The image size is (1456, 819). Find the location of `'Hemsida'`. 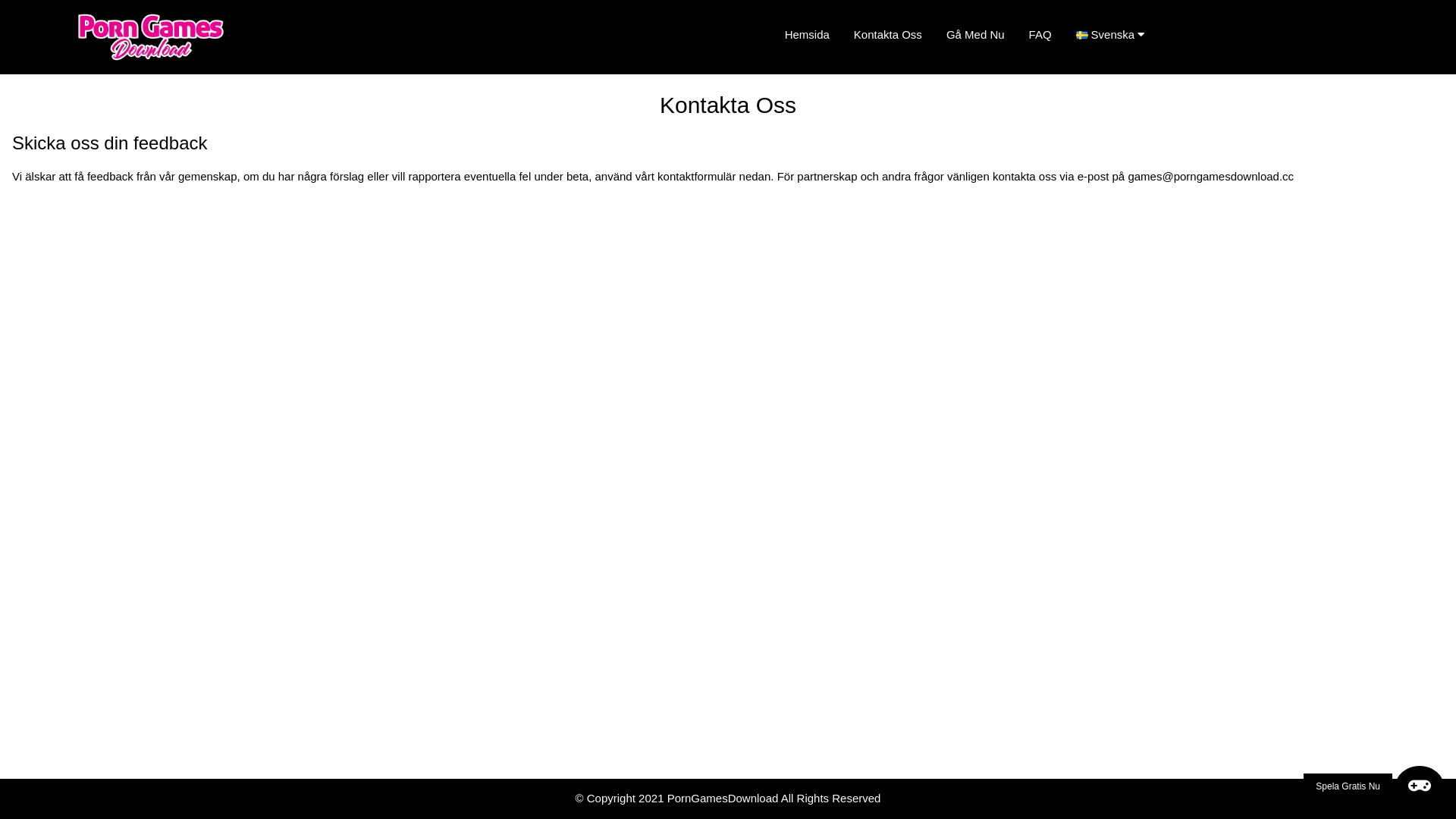

'Hemsida' is located at coordinates (806, 34).